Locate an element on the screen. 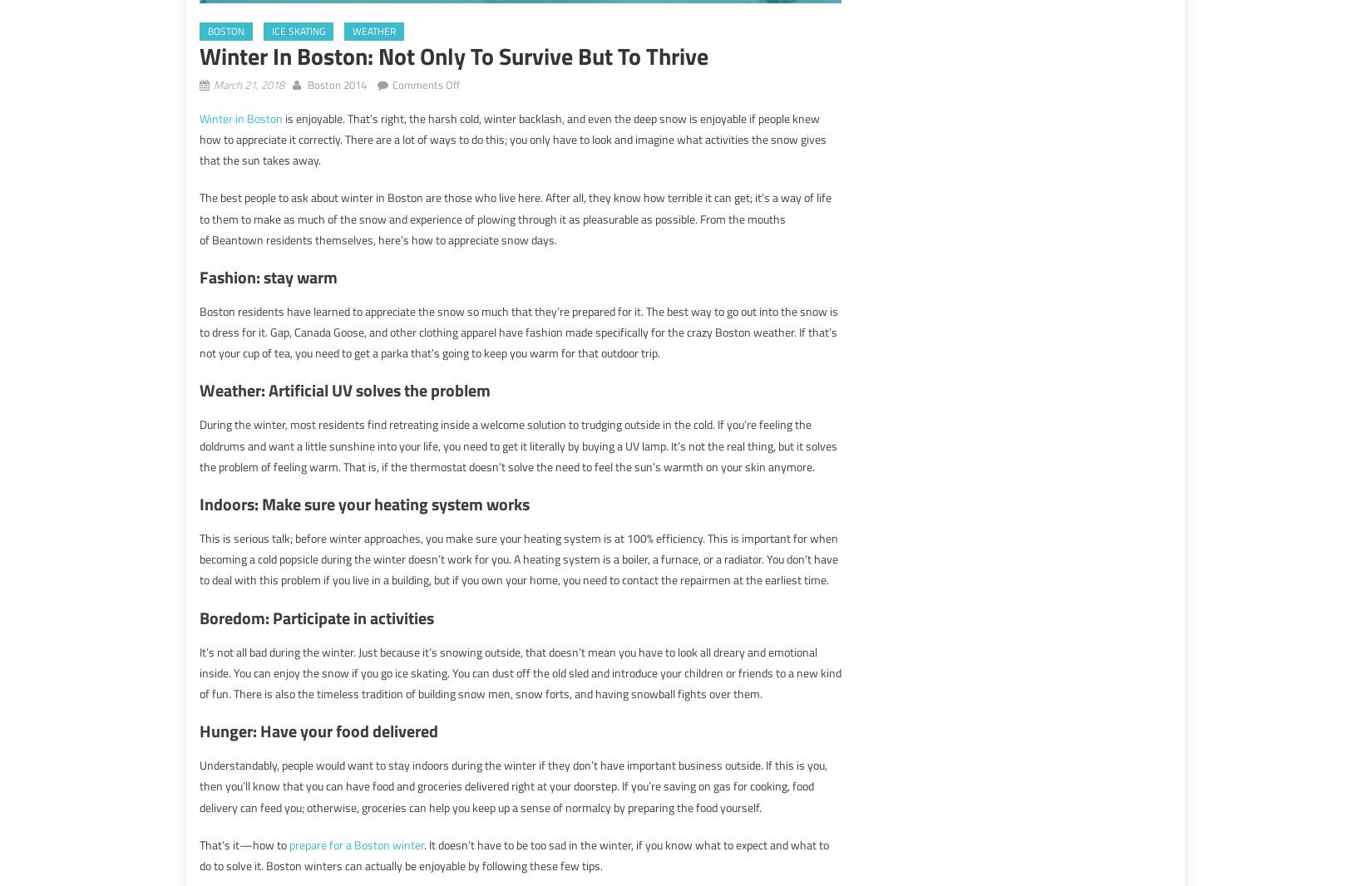 Image resolution: width=1372 pixels, height=886 pixels. 'Boredom: Participate in activities' is located at coordinates (200, 616).